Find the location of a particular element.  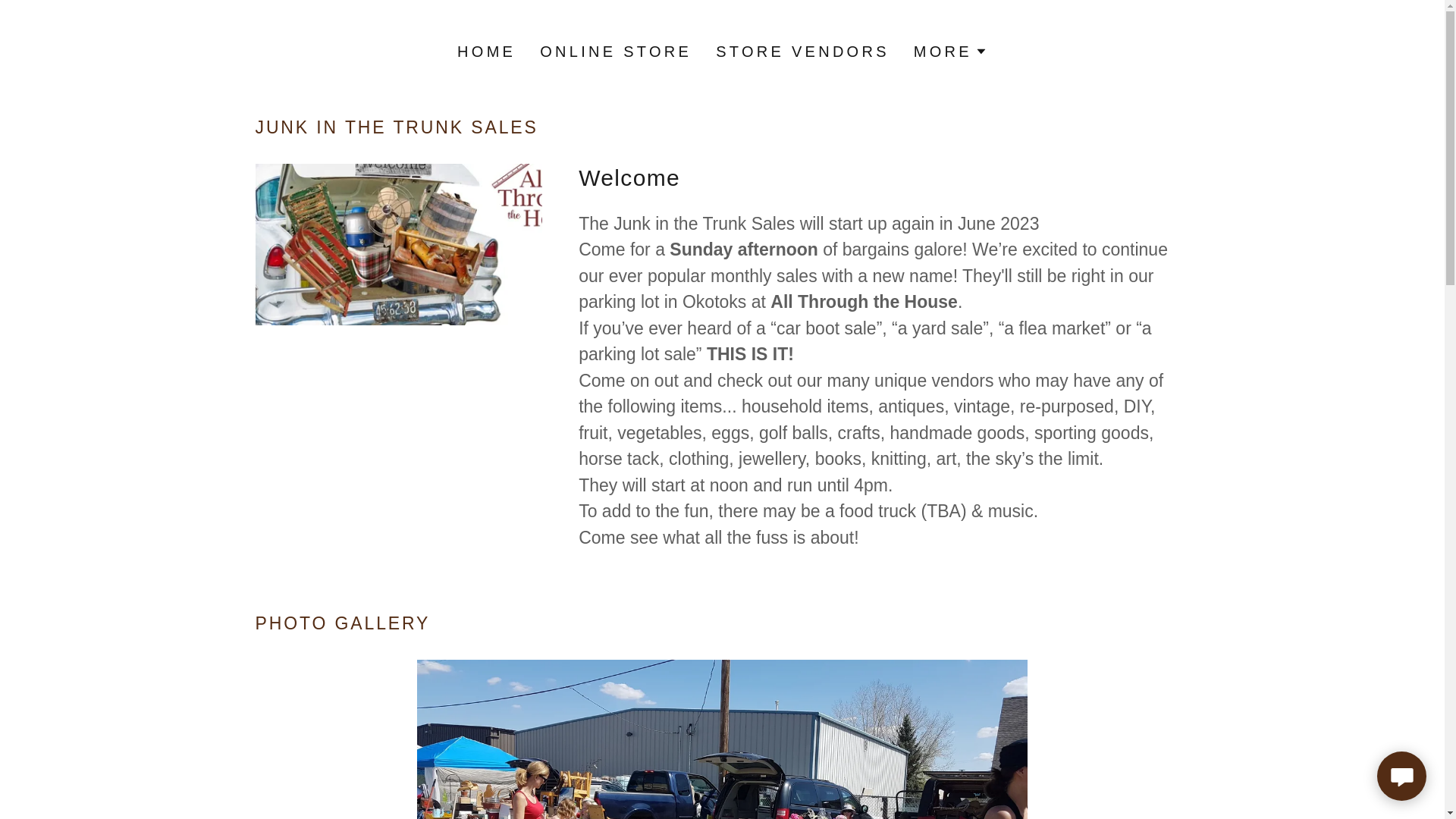

'MORE' is located at coordinates (949, 51).